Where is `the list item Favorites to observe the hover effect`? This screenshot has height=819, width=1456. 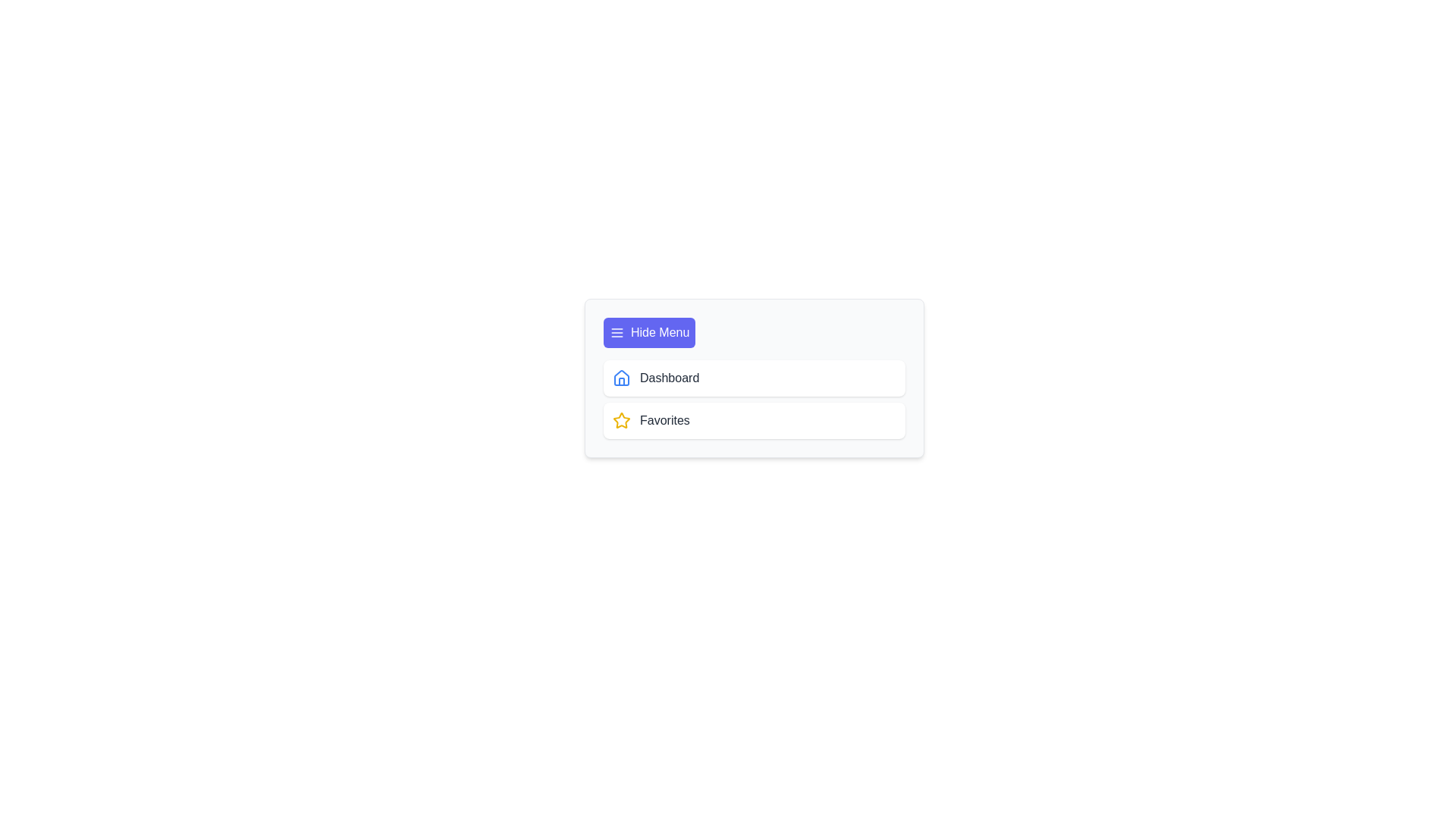 the list item Favorites to observe the hover effect is located at coordinates (754, 421).